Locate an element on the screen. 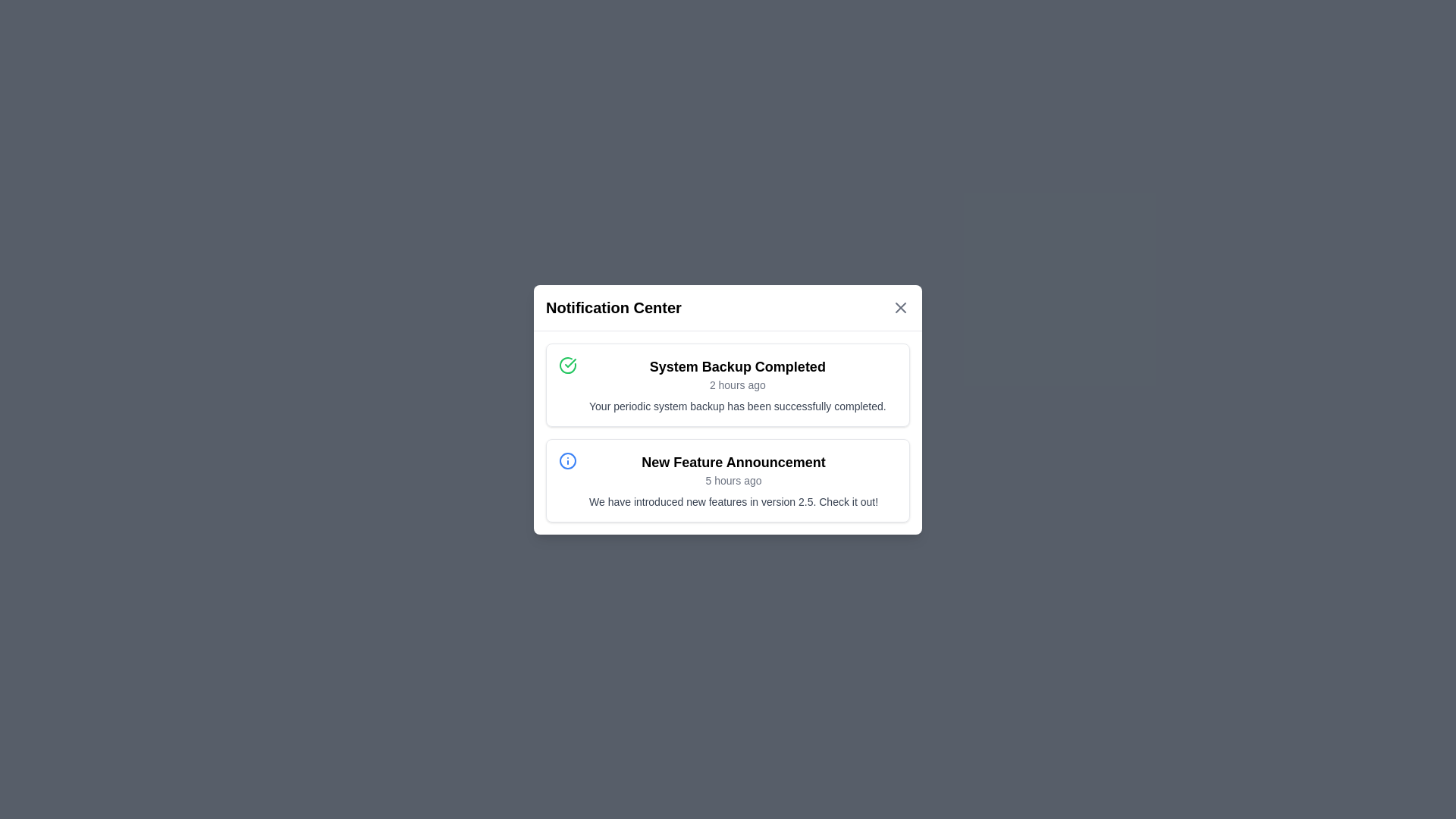 The image size is (1456, 819). the small 'X' button in the top-right corner of the notification panel is located at coordinates (901, 307).